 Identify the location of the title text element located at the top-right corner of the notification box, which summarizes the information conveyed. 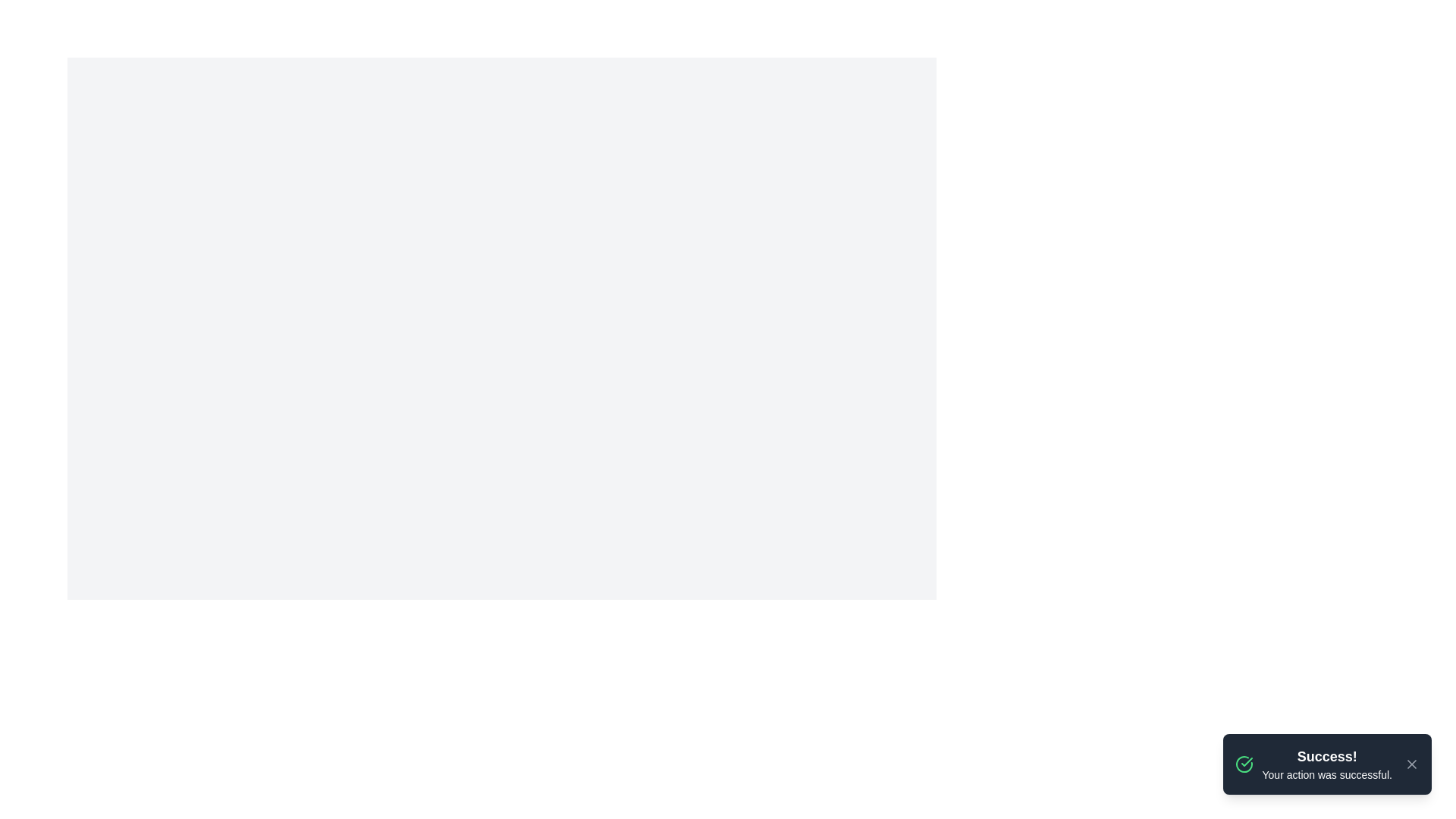
(1326, 757).